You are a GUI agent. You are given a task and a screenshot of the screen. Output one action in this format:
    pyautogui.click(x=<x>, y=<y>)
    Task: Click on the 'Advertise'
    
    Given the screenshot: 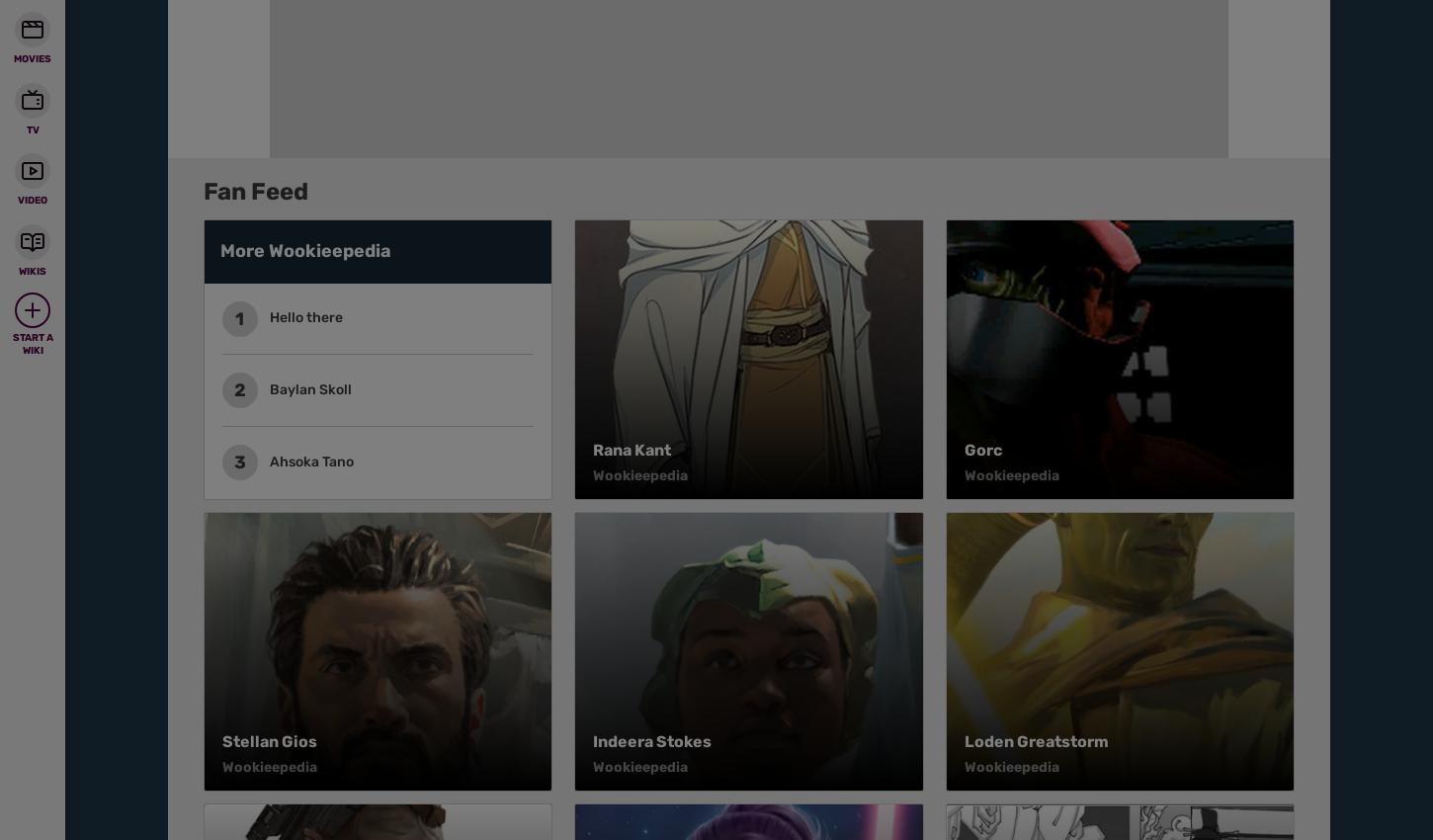 What is the action you would take?
    pyautogui.click(x=794, y=148)
    